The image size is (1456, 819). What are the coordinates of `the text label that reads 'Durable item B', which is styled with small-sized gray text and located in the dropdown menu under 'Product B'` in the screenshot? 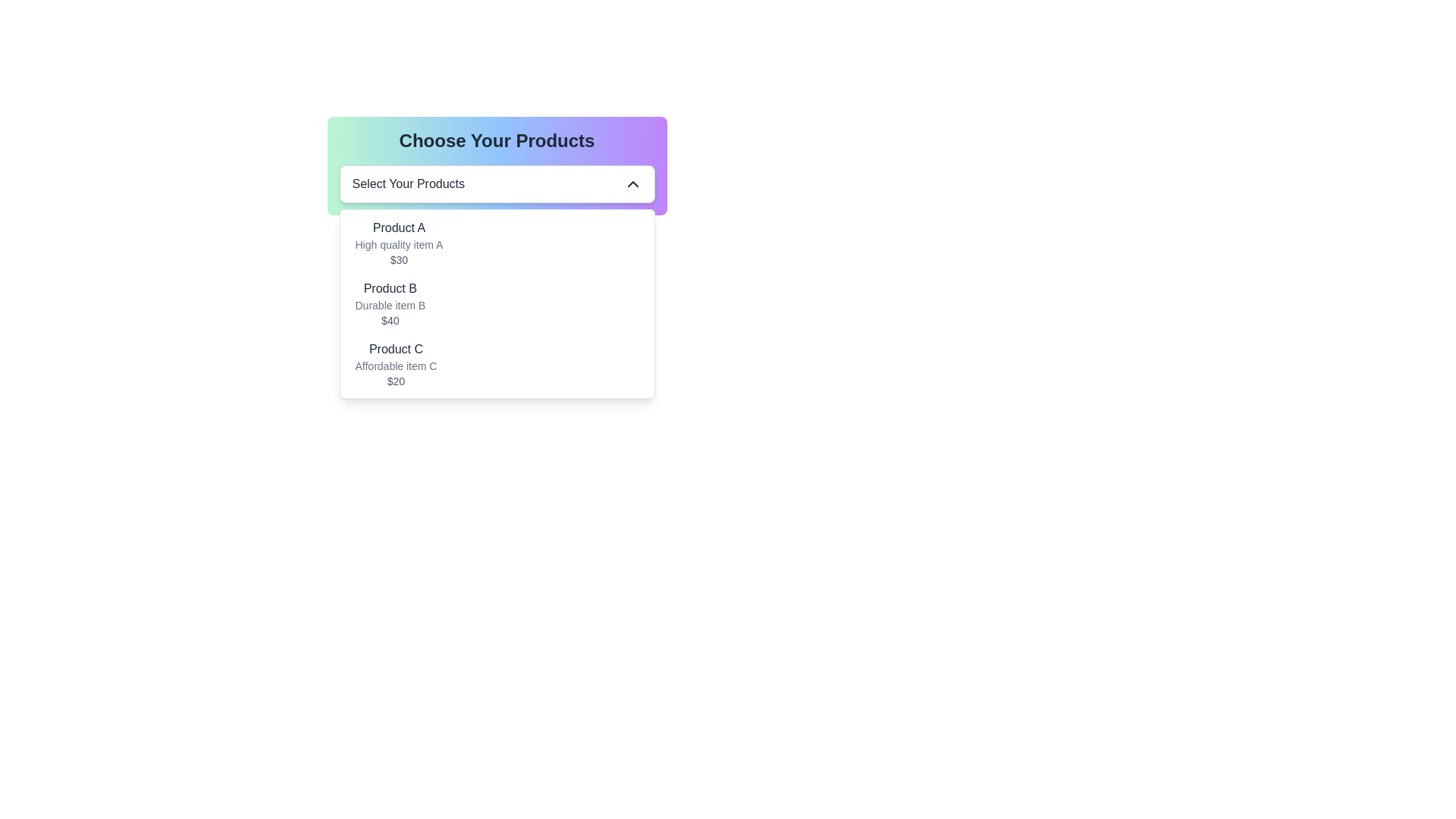 It's located at (390, 305).